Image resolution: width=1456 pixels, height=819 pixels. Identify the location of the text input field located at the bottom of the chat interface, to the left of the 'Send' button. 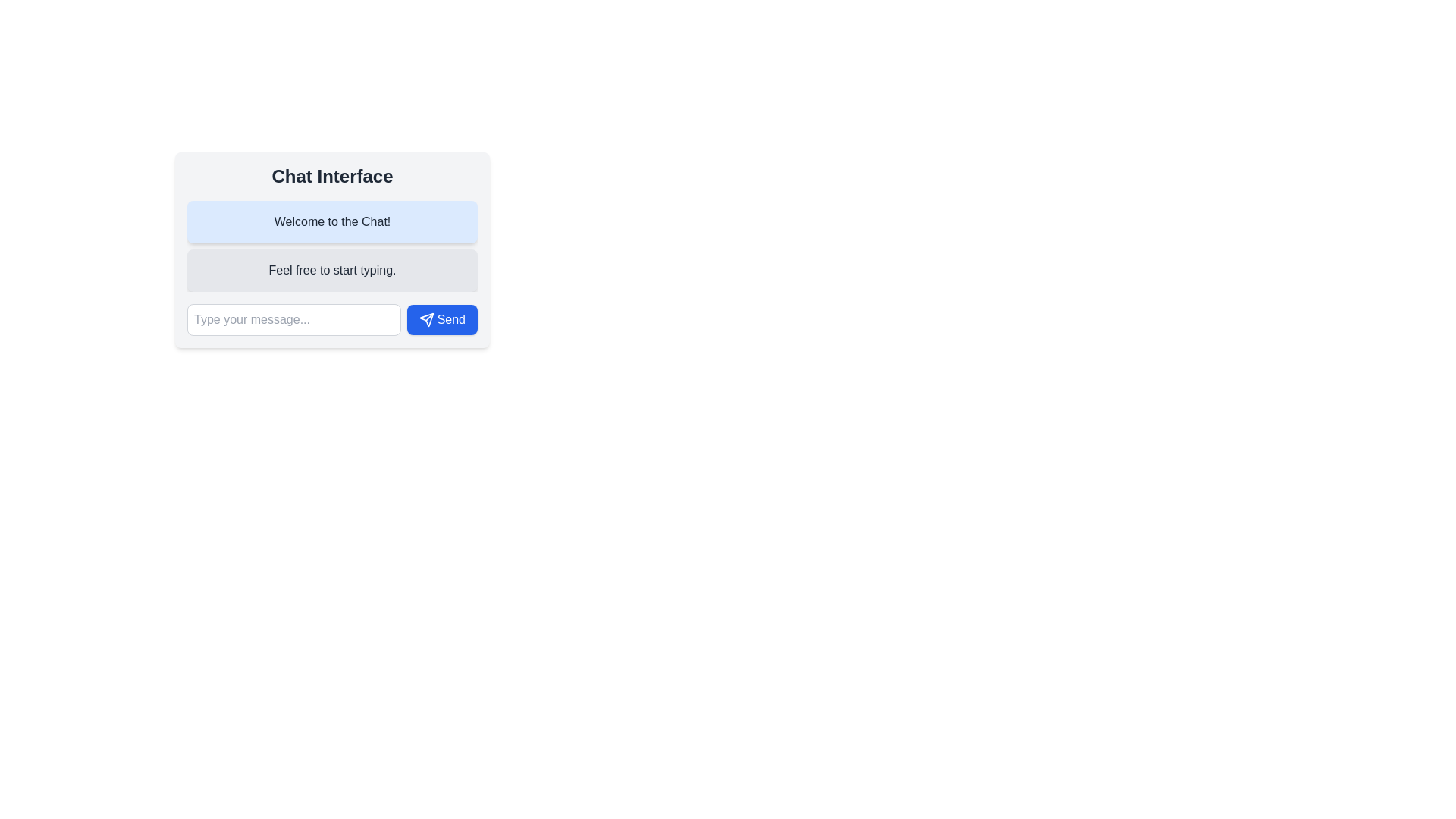
(293, 318).